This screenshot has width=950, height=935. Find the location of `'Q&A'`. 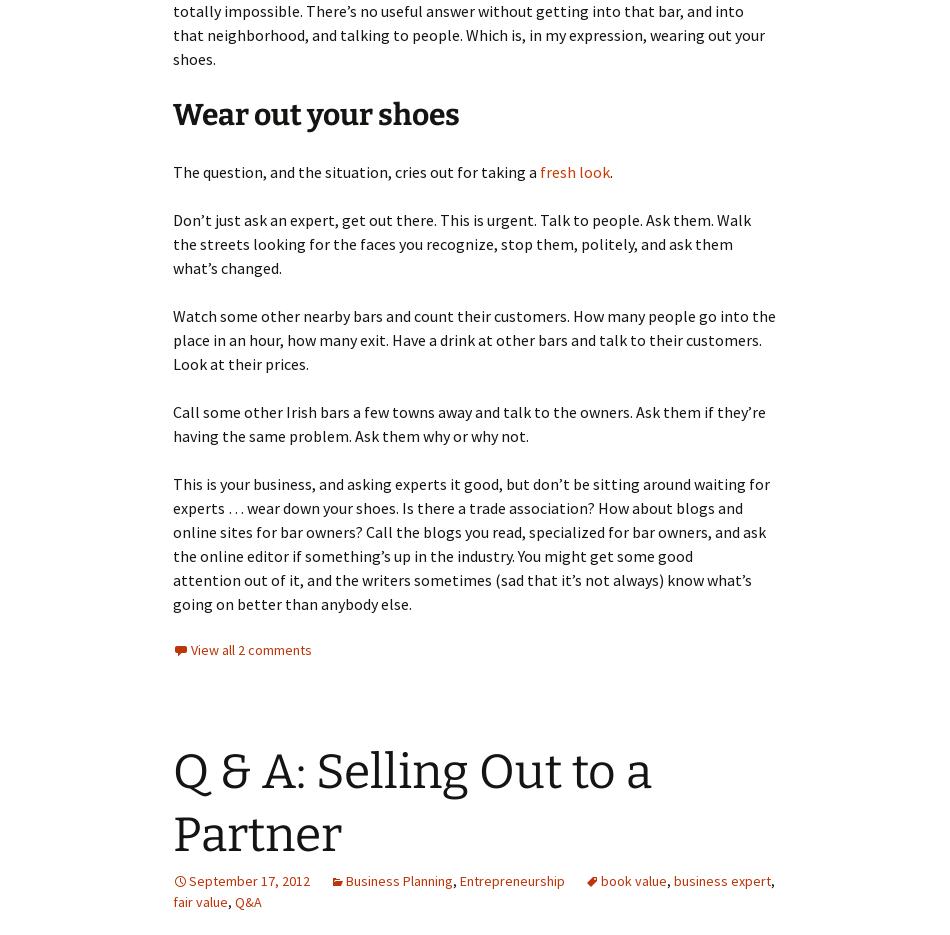

'Q&A' is located at coordinates (247, 900).